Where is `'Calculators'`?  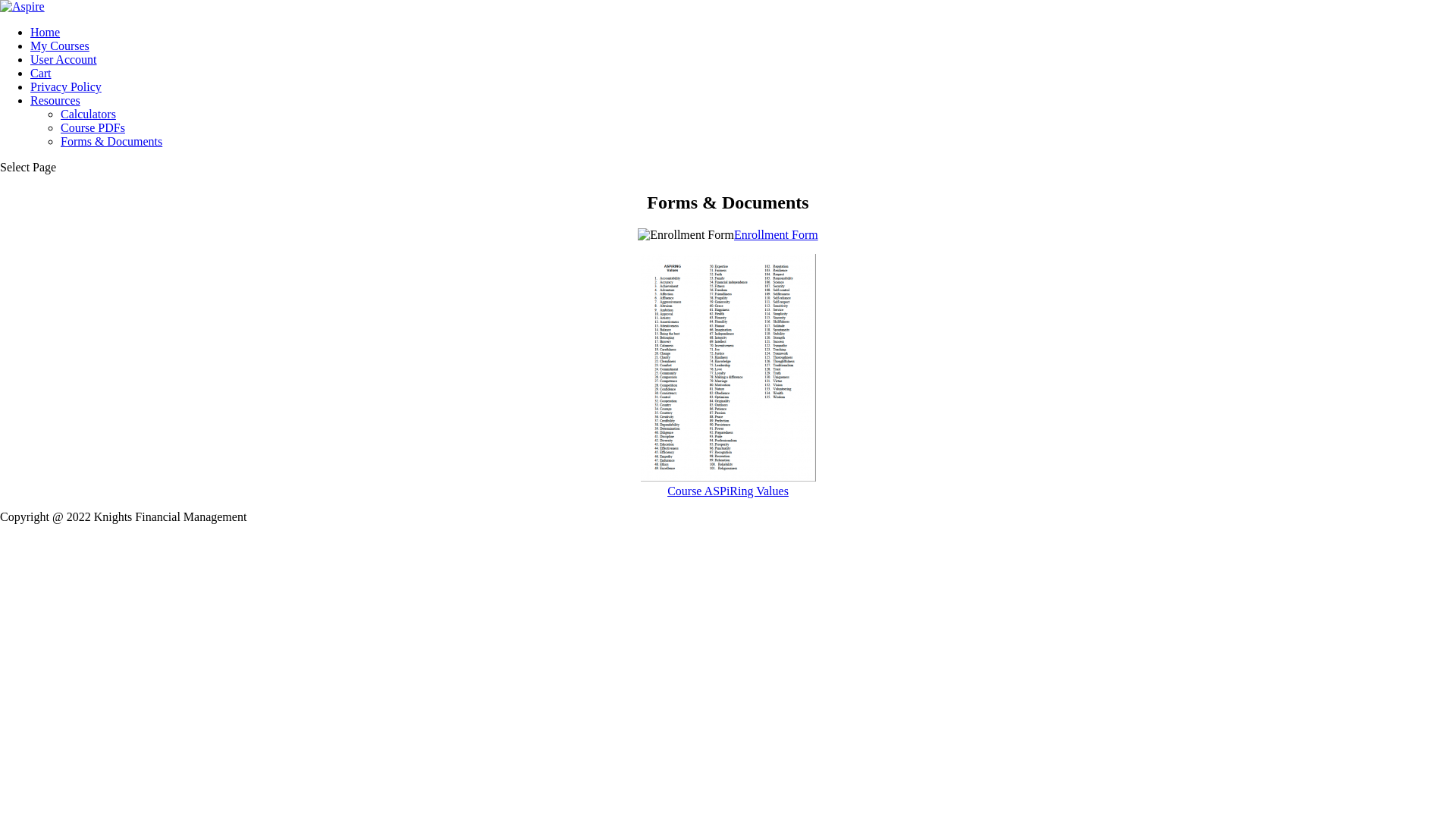 'Calculators' is located at coordinates (87, 113).